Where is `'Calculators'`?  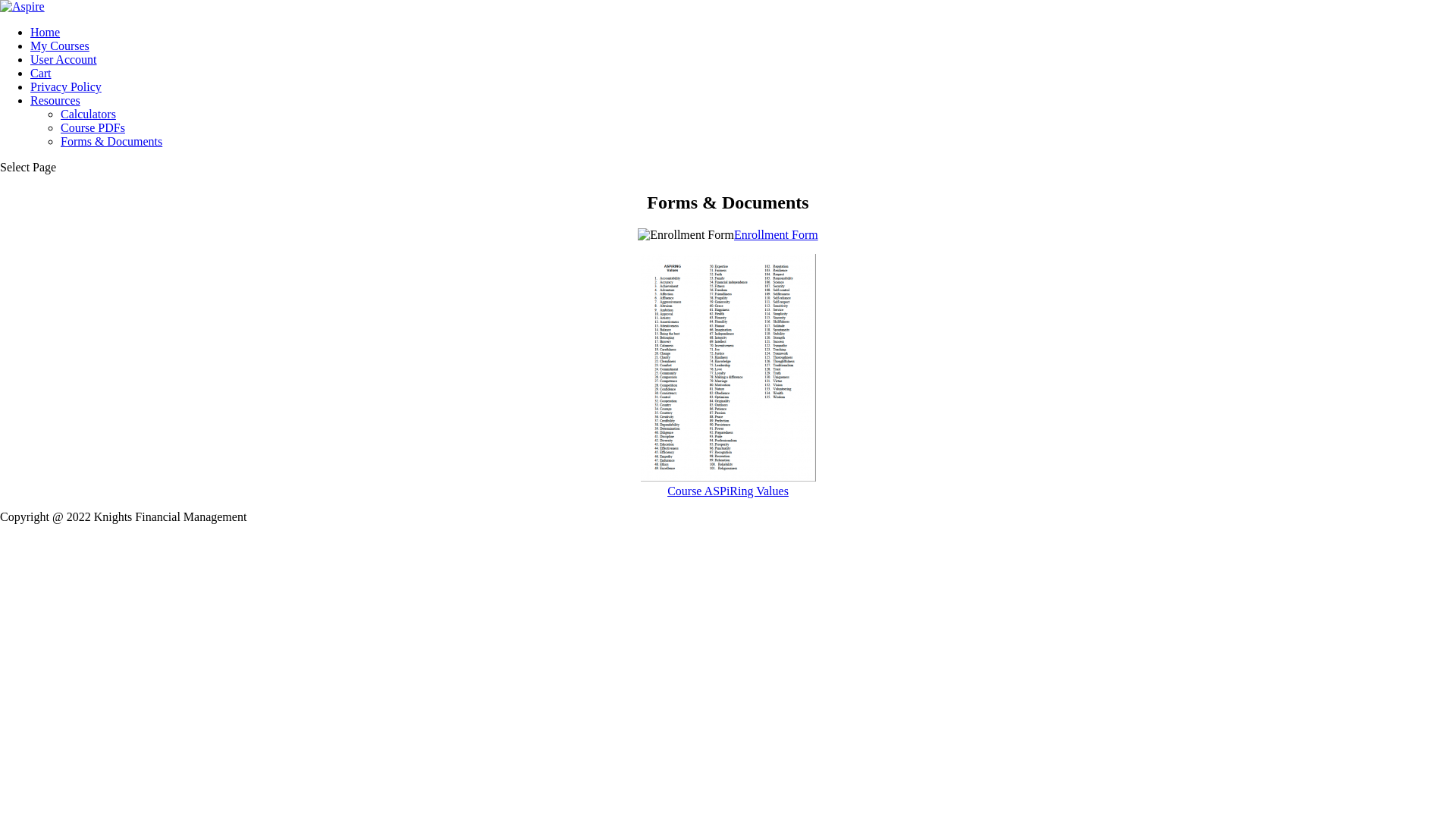 'Calculators' is located at coordinates (87, 113).